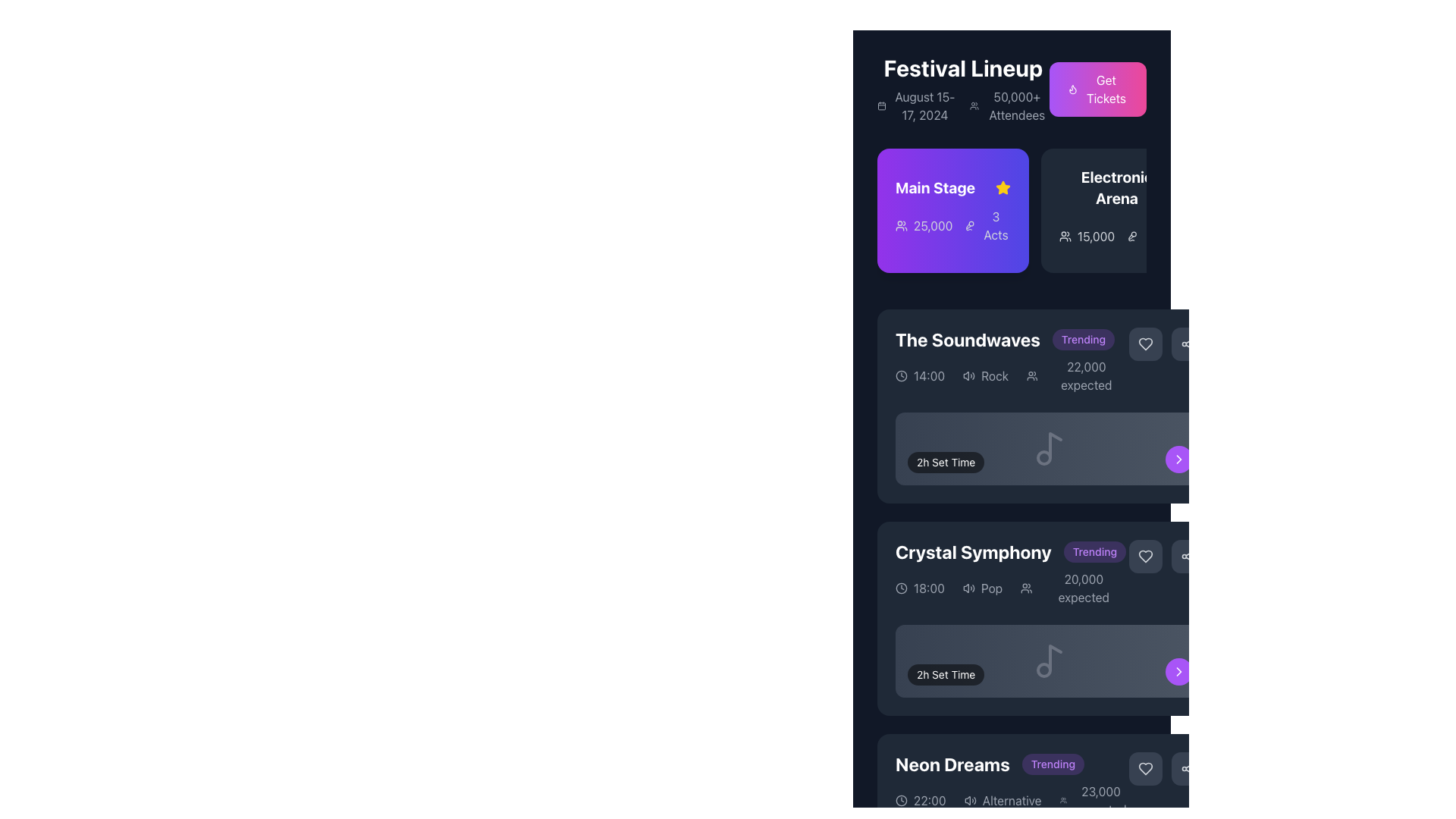 Image resolution: width=1456 pixels, height=819 pixels. Describe the element at coordinates (1178, 671) in the screenshot. I see `the chevron arrow SVG icon pointing to the right, located in the interactive control area next to the performance detail for 'Crystal Symphony'` at that location.